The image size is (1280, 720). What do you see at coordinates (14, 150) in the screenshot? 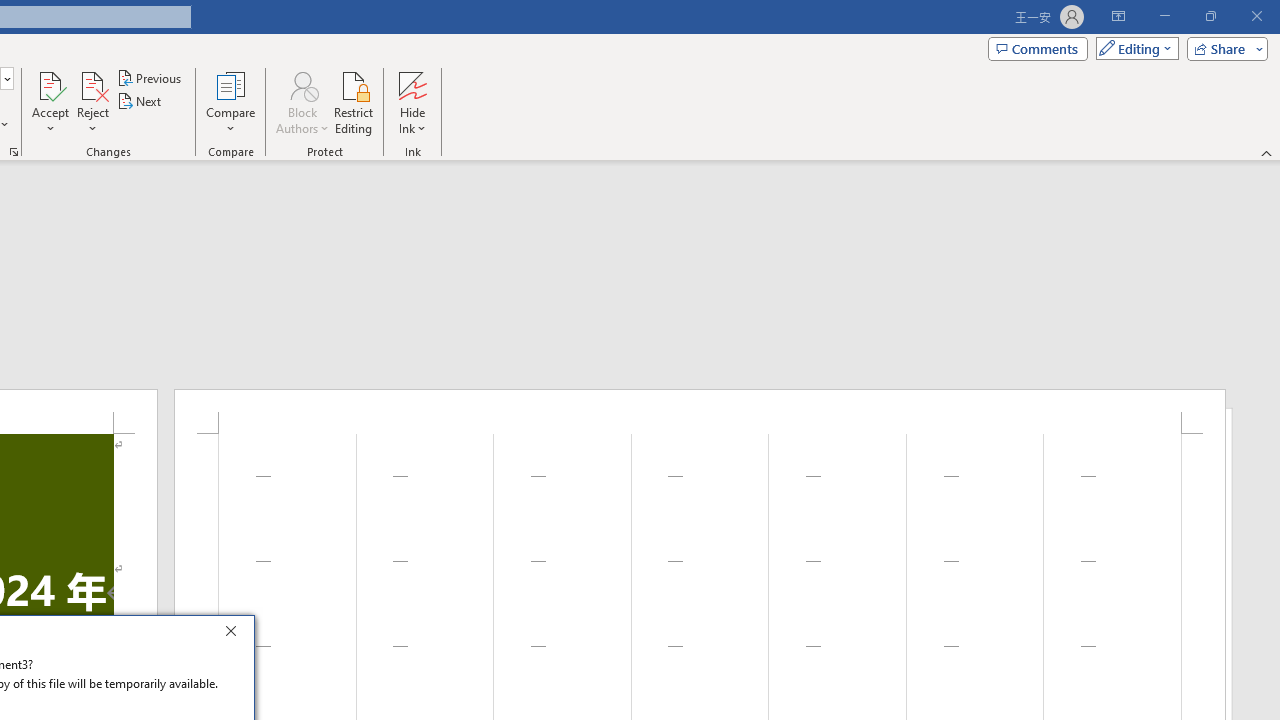
I see `'Change Tracking Options...'` at bounding box center [14, 150].